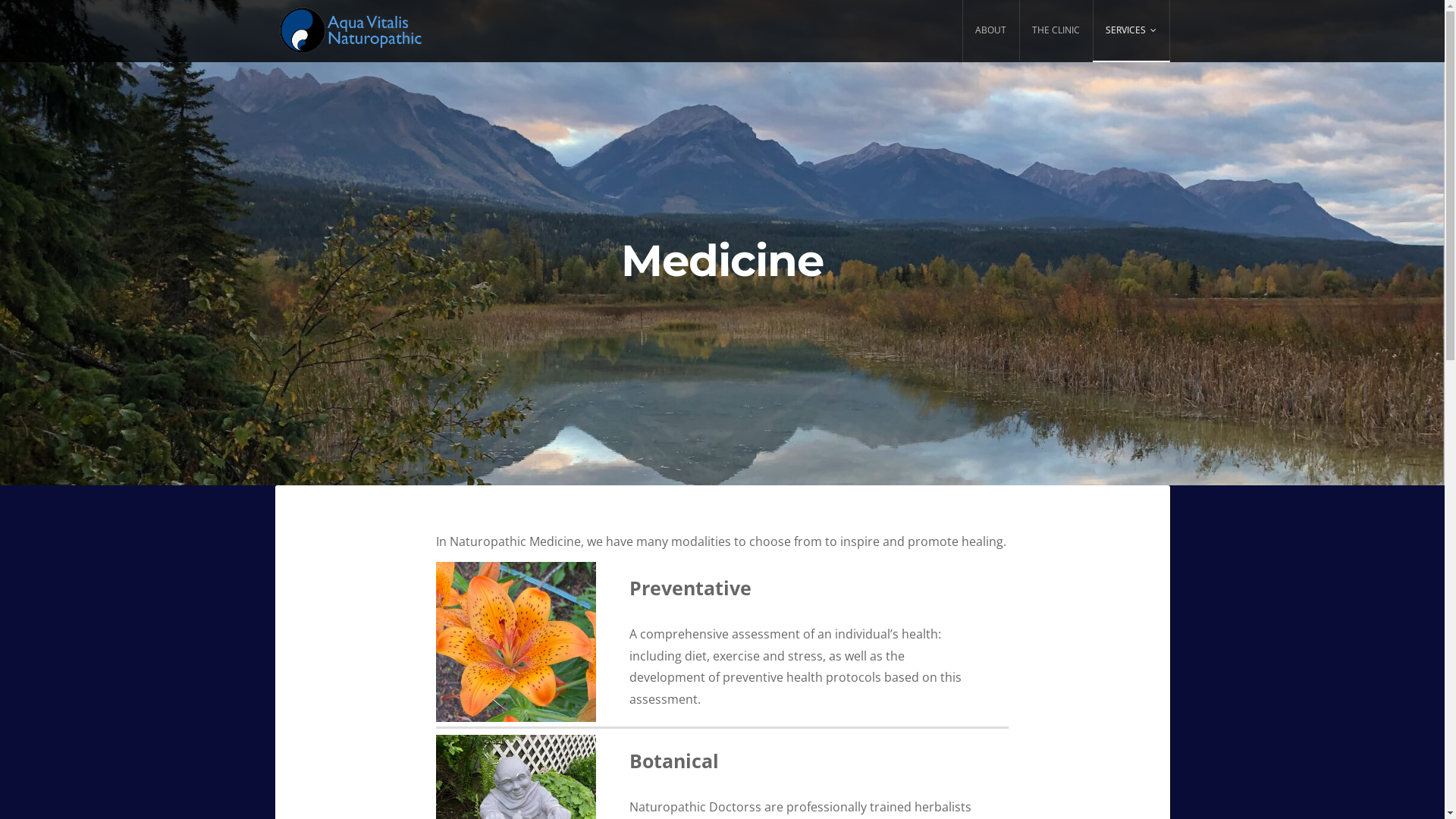 The image size is (1456, 819). What do you see at coordinates (1055, 30) in the screenshot?
I see `'THE CLINIC'` at bounding box center [1055, 30].